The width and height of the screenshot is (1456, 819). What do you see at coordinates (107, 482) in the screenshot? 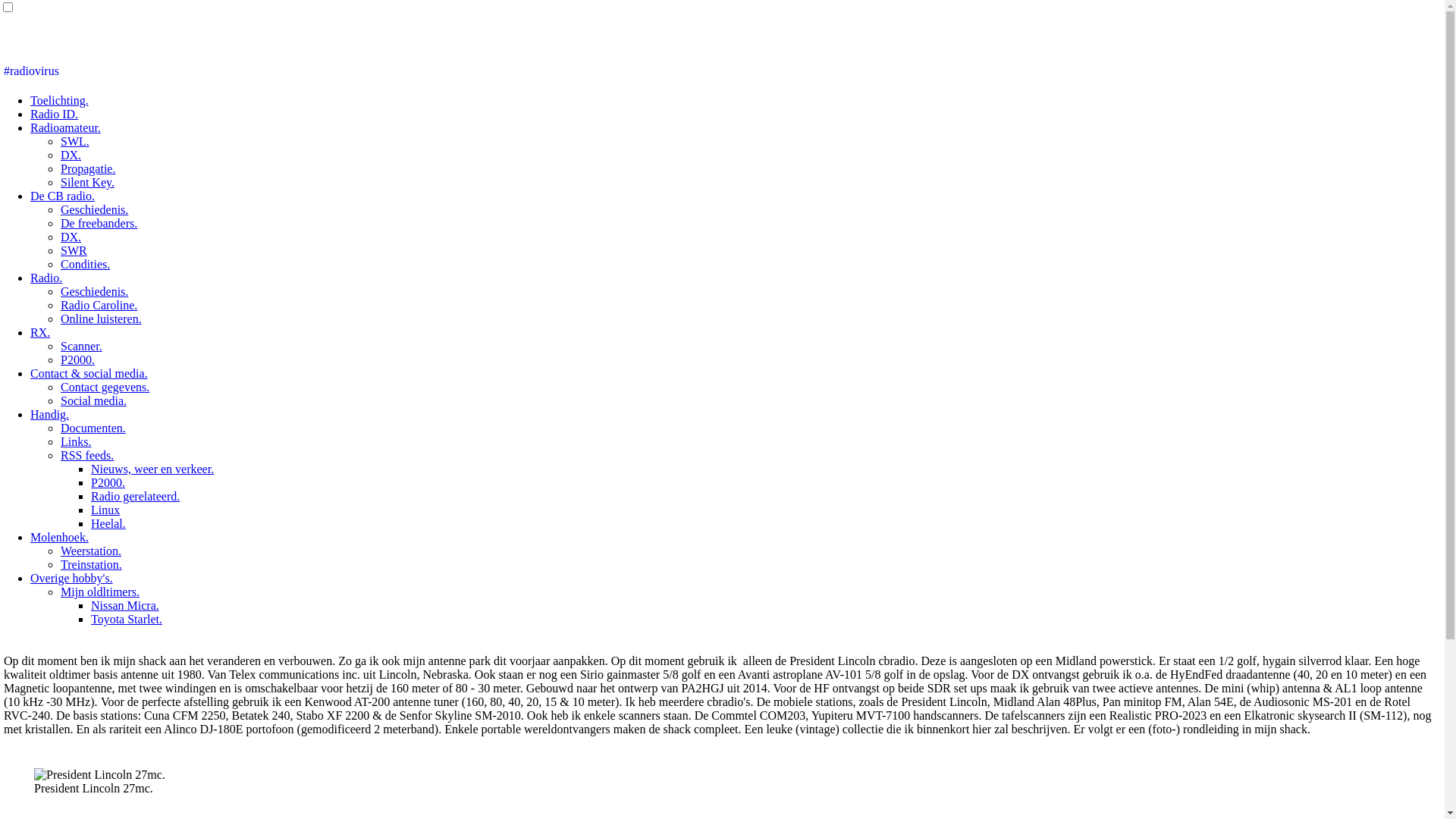
I see `'P2000.'` at bounding box center [107, 482].